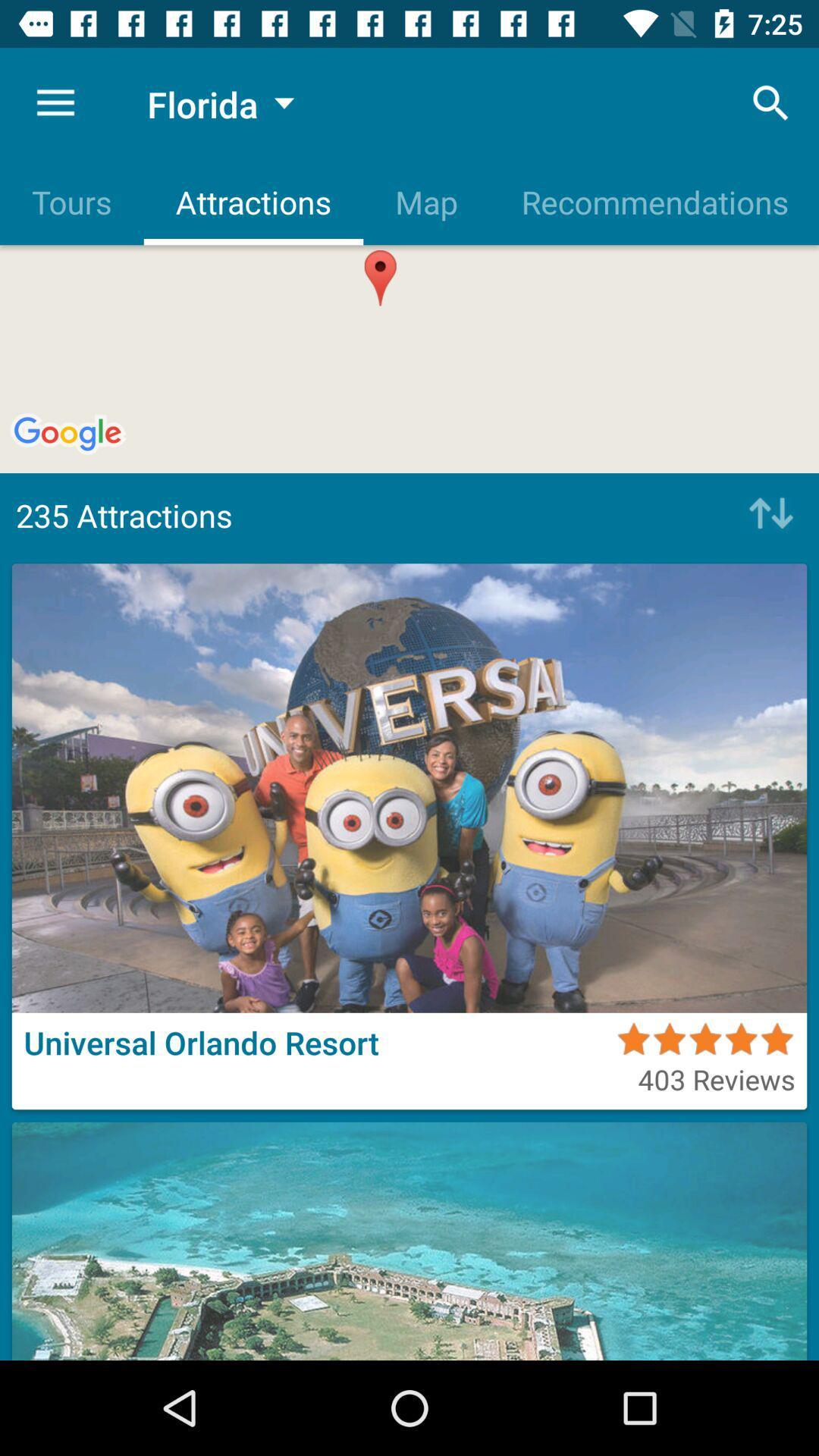  What do you see at coordinates (767, 515) in the screenshot?
I see `go up or down` at bounding box center [767, 515].